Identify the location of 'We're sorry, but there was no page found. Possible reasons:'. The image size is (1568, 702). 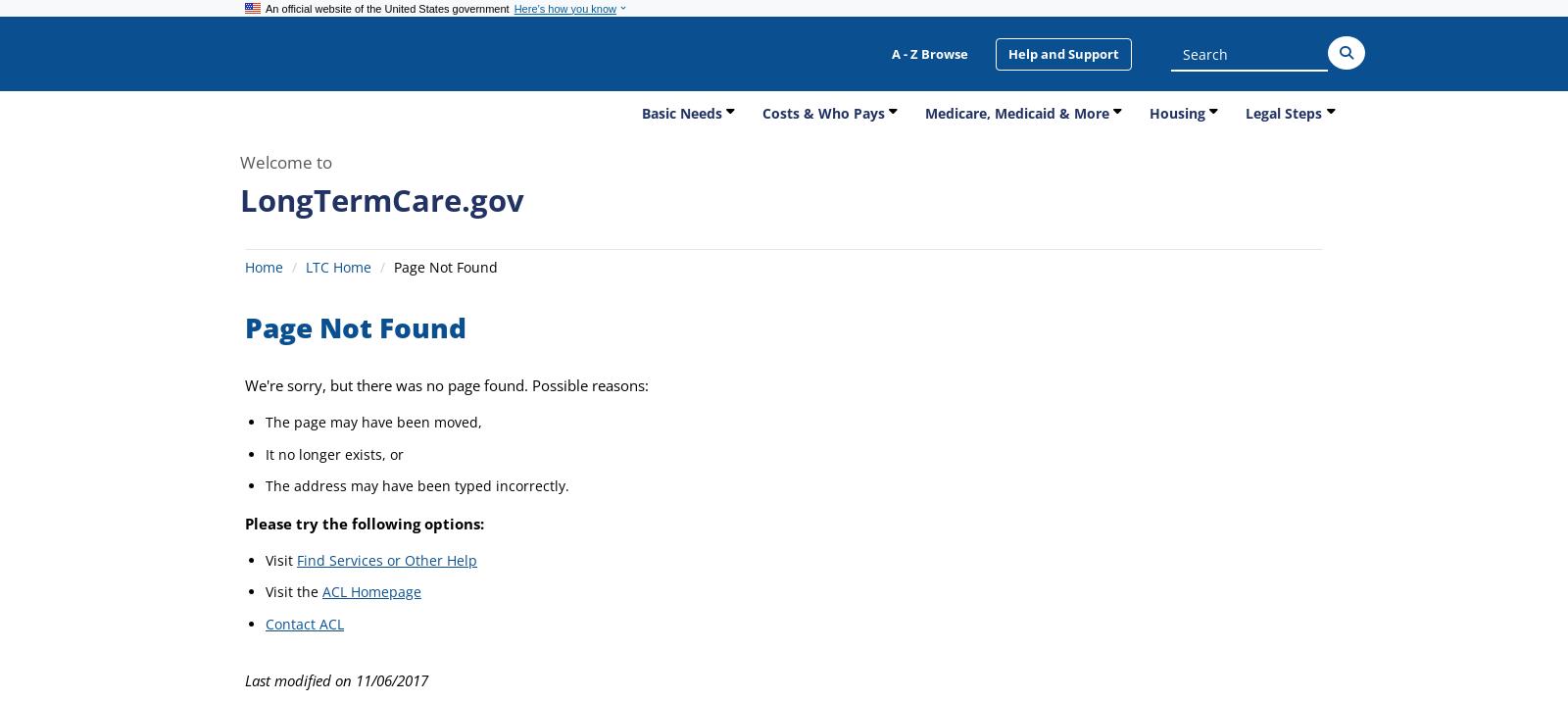
(445, 383).